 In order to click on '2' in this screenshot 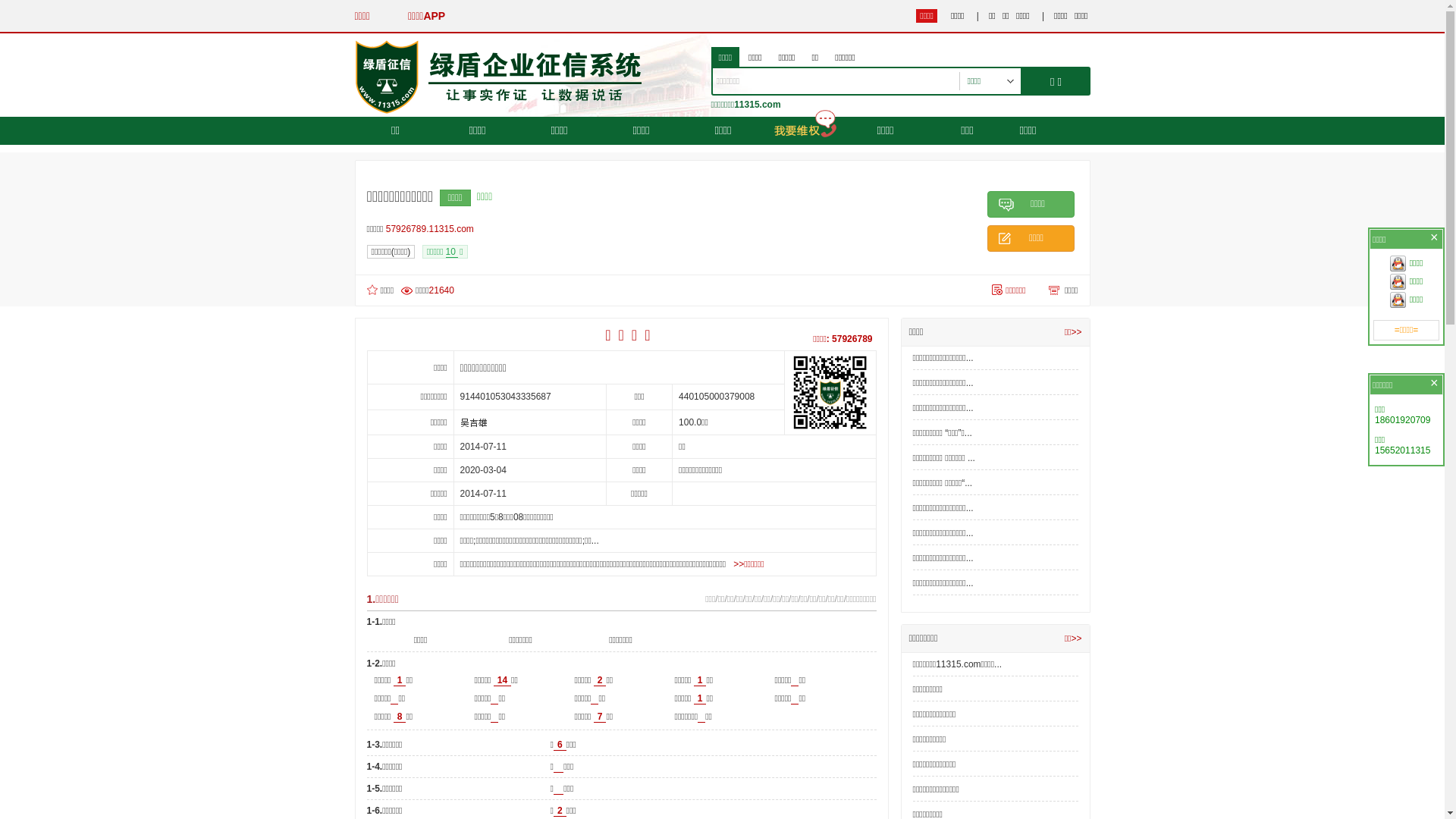, I will do `click(592, 679)`.